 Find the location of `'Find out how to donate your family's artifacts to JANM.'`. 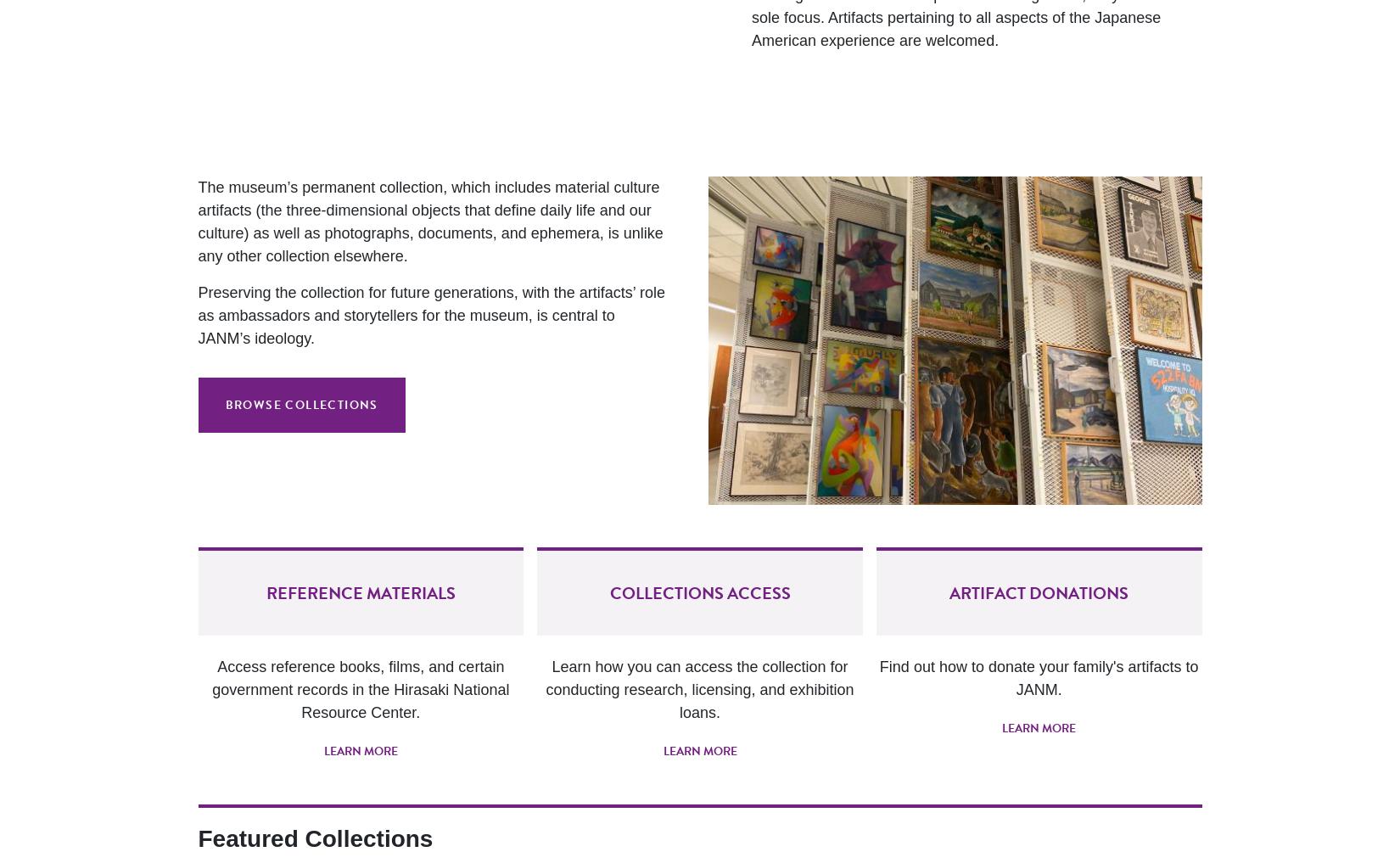

'Find out how to donate your family's artifacts to JANM.' is located at coordinates (1038, 677).